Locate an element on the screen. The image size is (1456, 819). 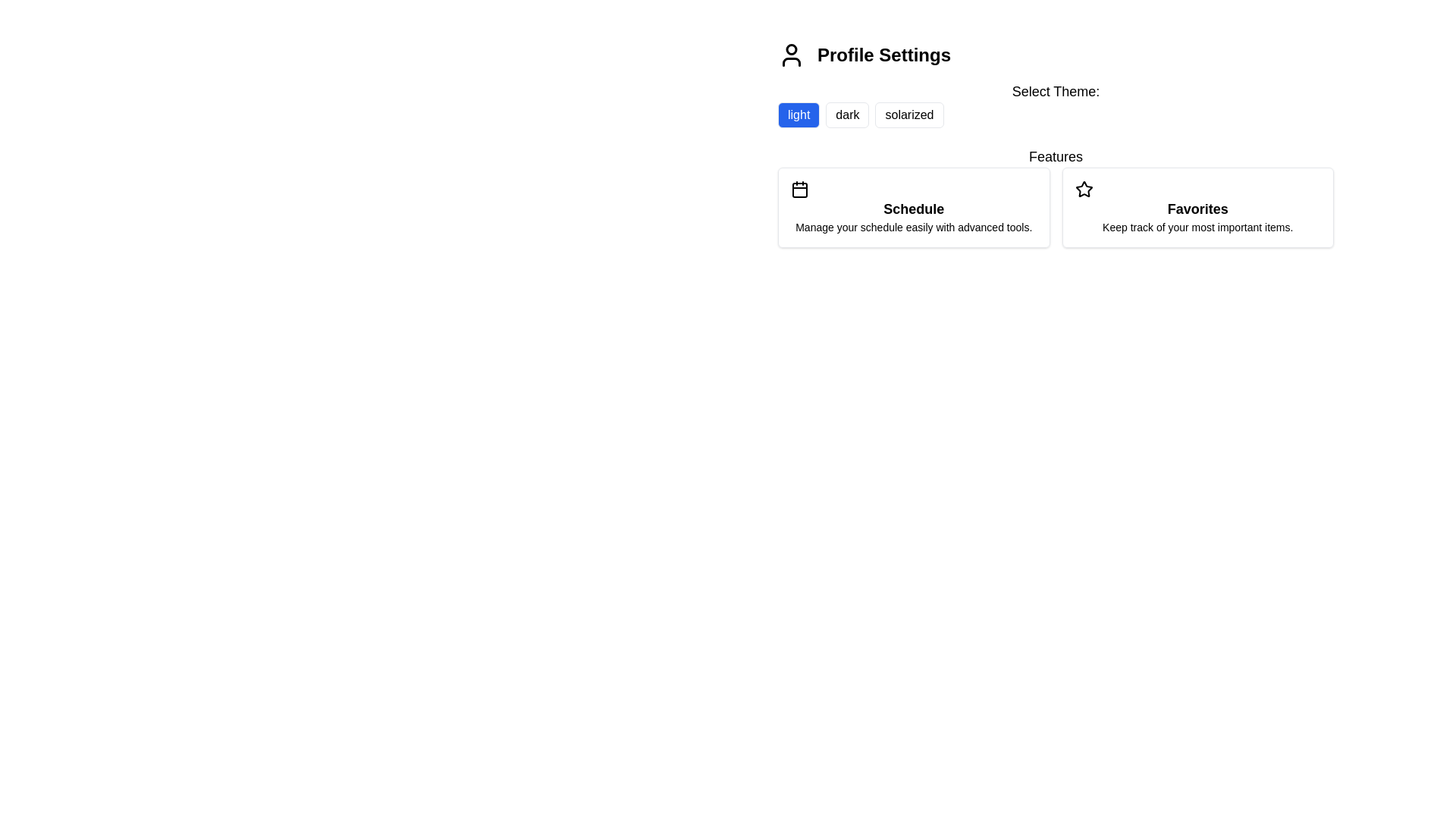
the calendar icon component, which is a white rounded rectangle styled as a calendar, located to the left of the 'Schedule' text in the first card of the 'Features' section is located at coordinates (799, 189).